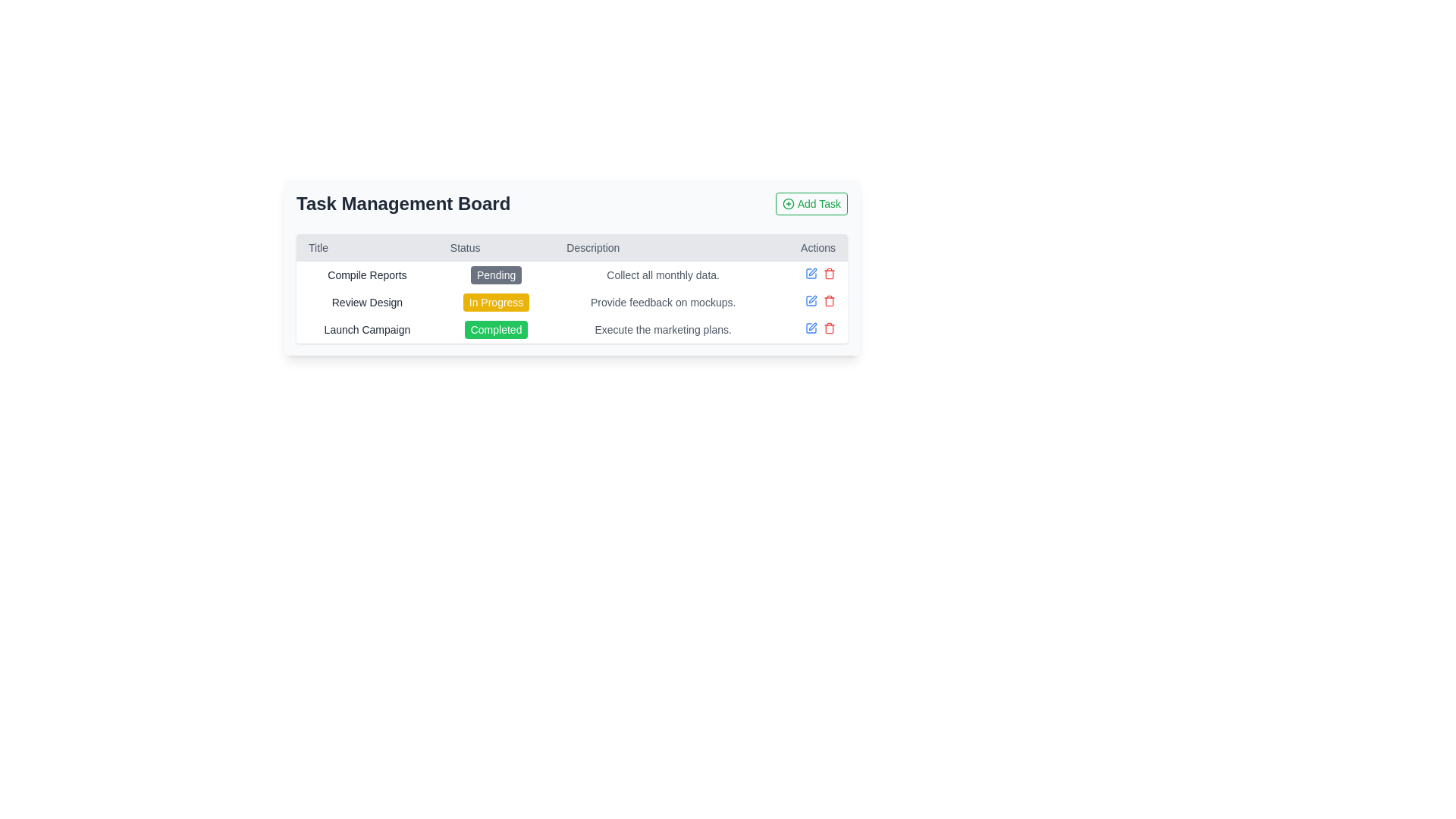  I want to click on the green-bordered 'Add Task' button located near the top-right corner of the task management interface, so click(811, 203).